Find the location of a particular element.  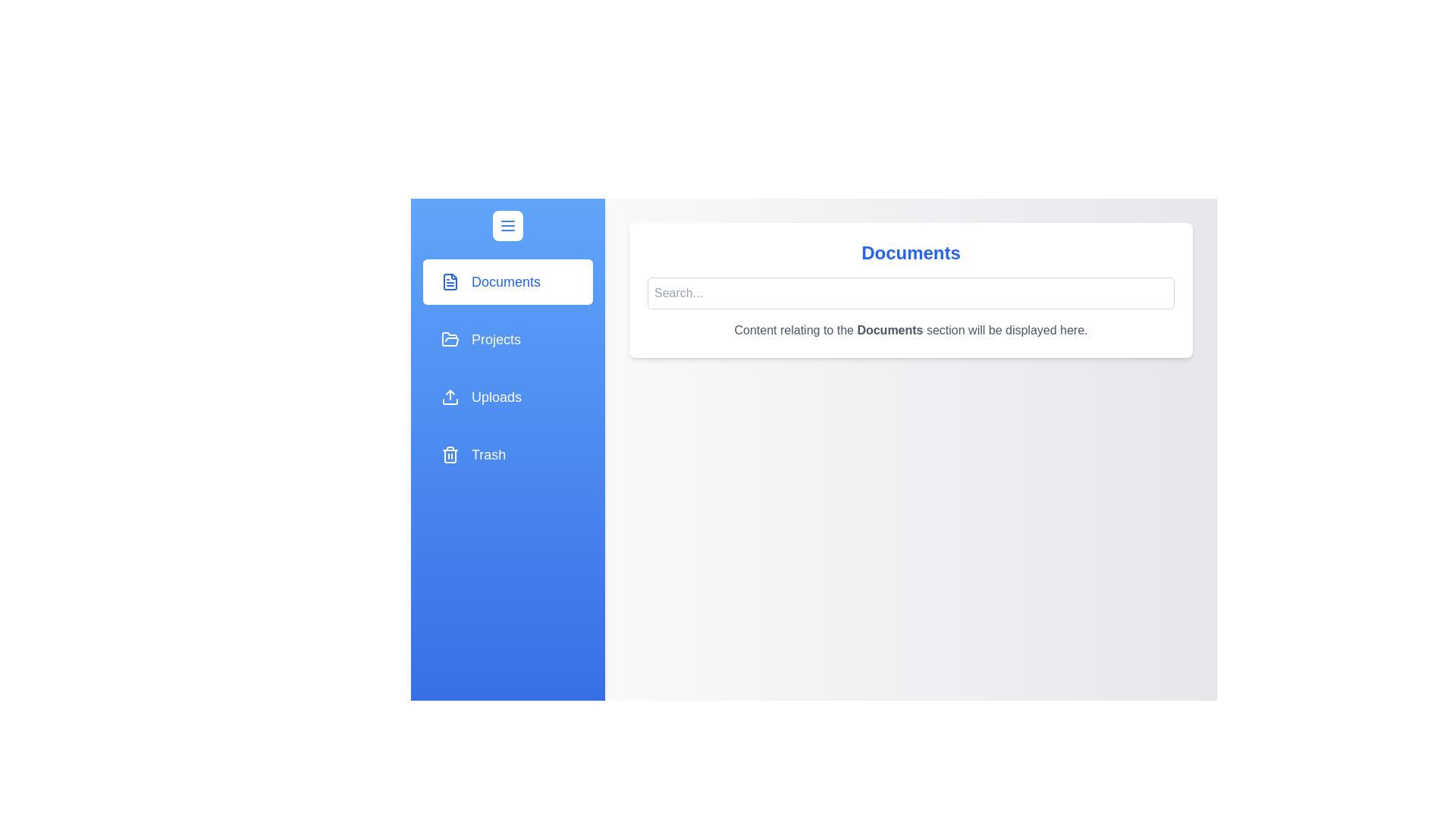

drawer toggle button to toggle the drawer open or closed is located at coordinates (508, 225).